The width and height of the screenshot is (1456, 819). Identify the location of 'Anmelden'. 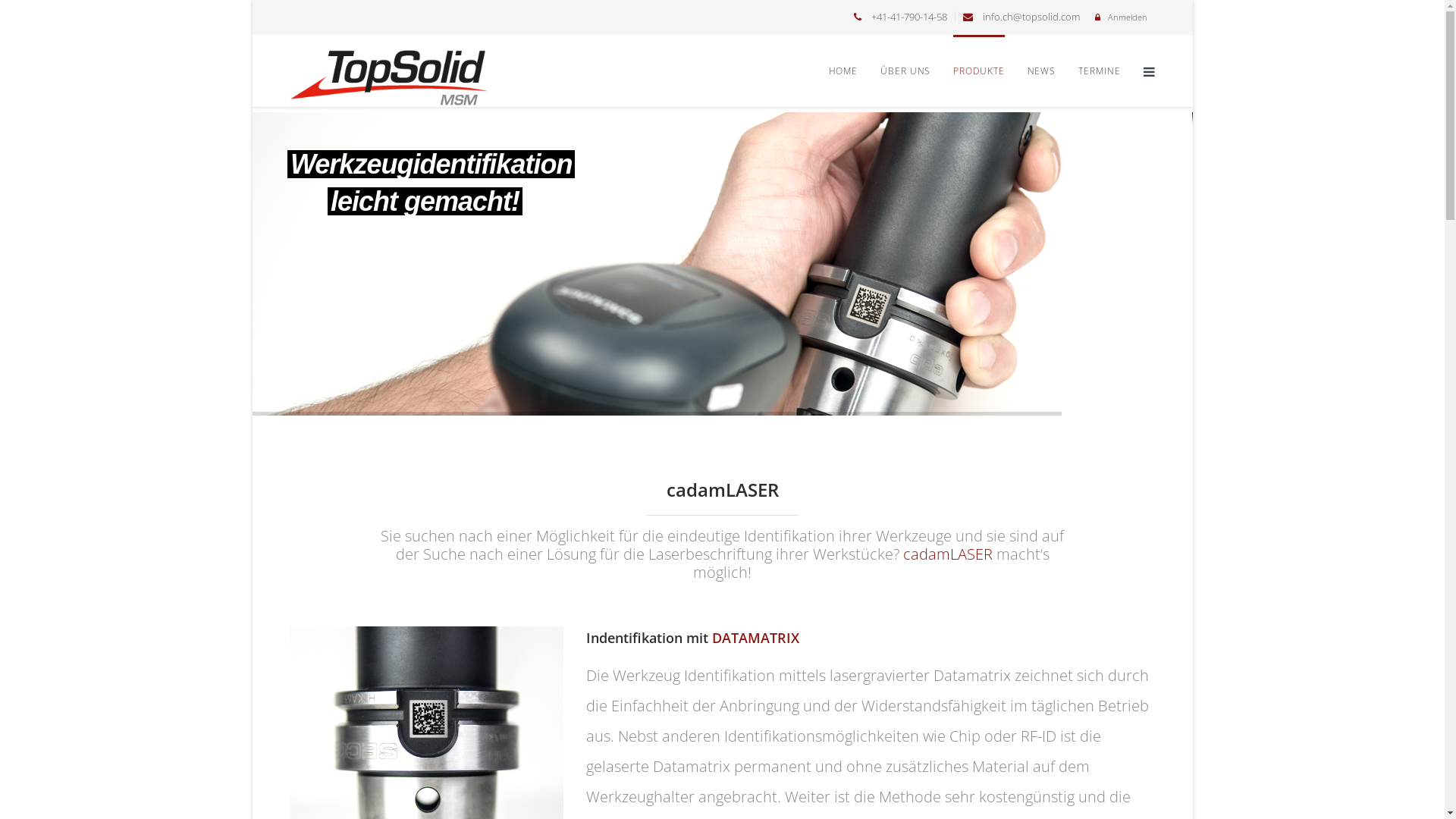
(1127, 17).